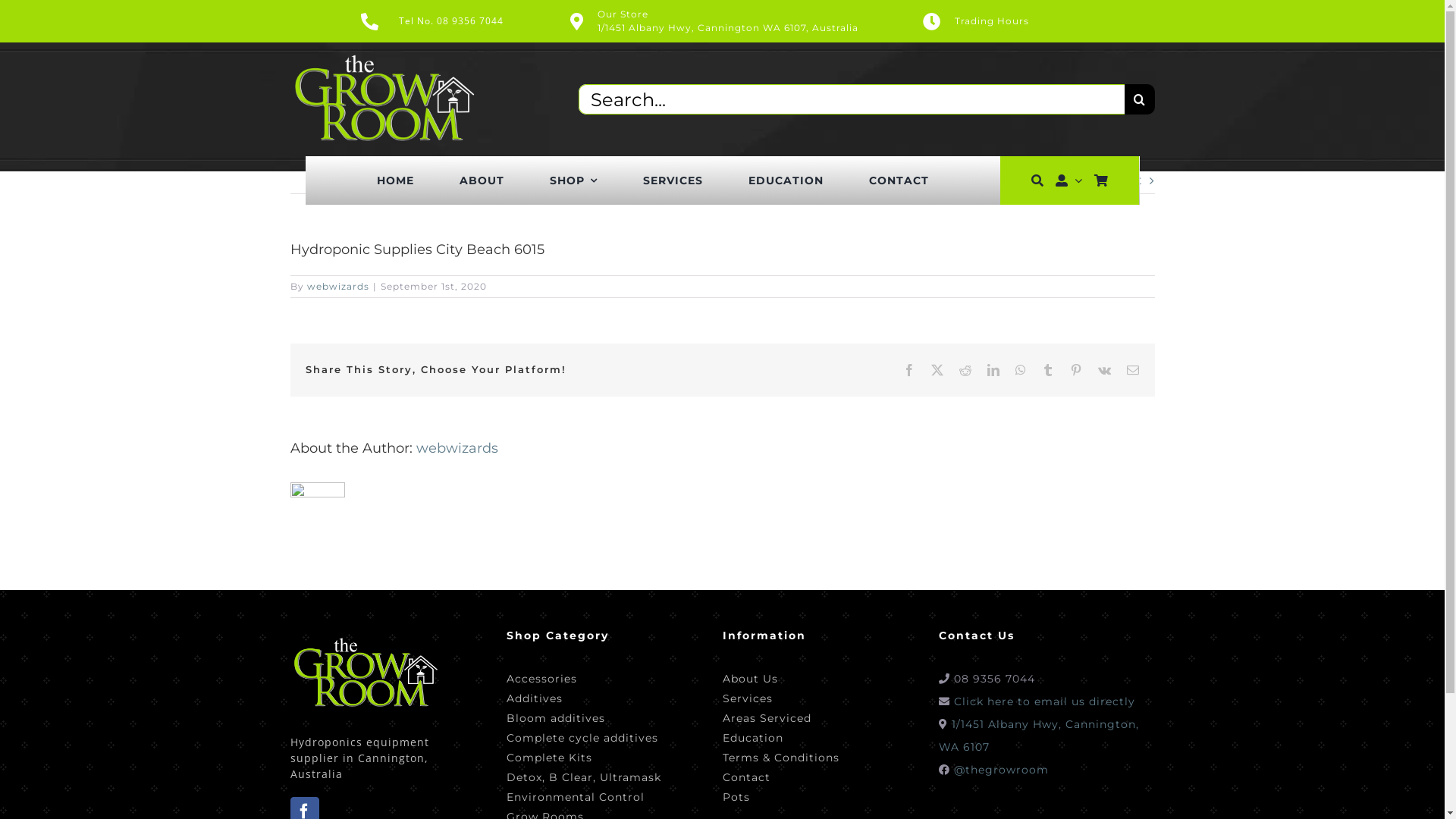 This screenshot has height=819, width=1456. I want to click on 'Contact', so click(780, 775).